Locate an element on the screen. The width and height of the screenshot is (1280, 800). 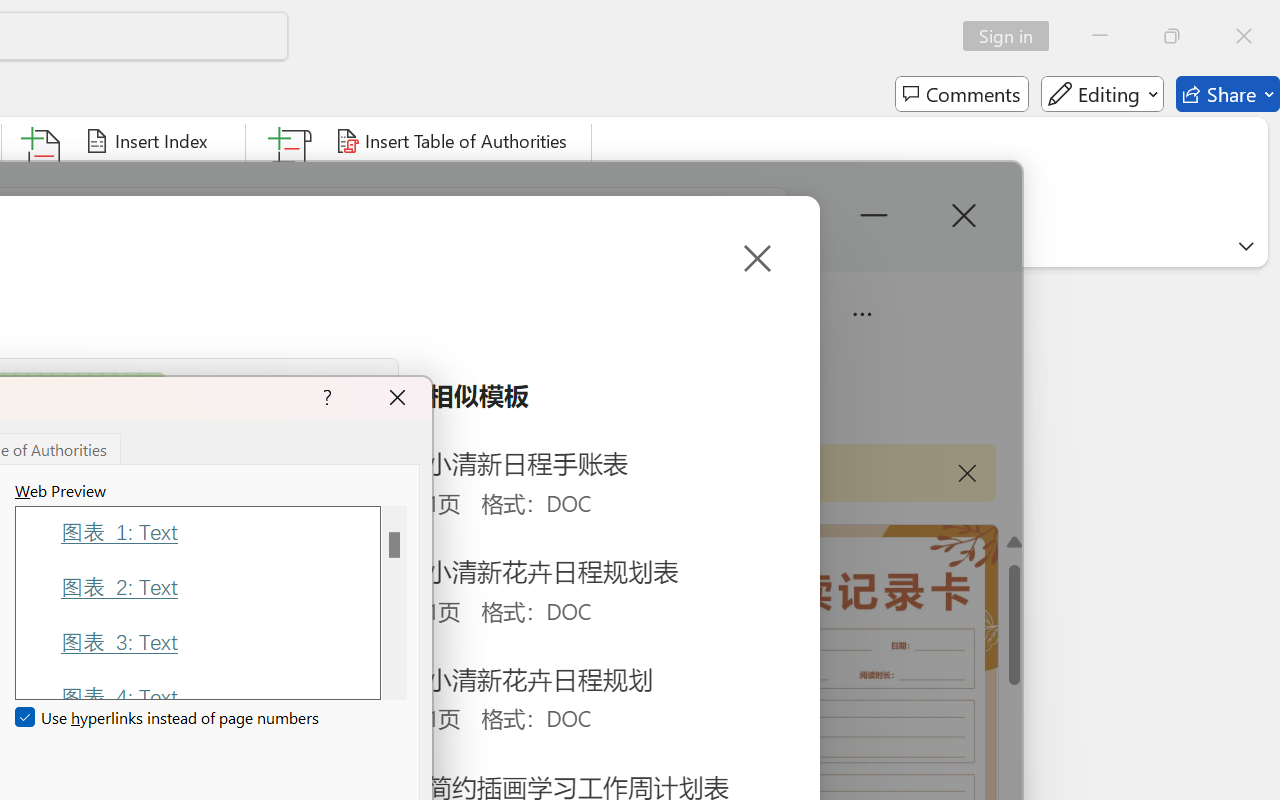
'Insert Index...' is located at coordinates (148, 141).